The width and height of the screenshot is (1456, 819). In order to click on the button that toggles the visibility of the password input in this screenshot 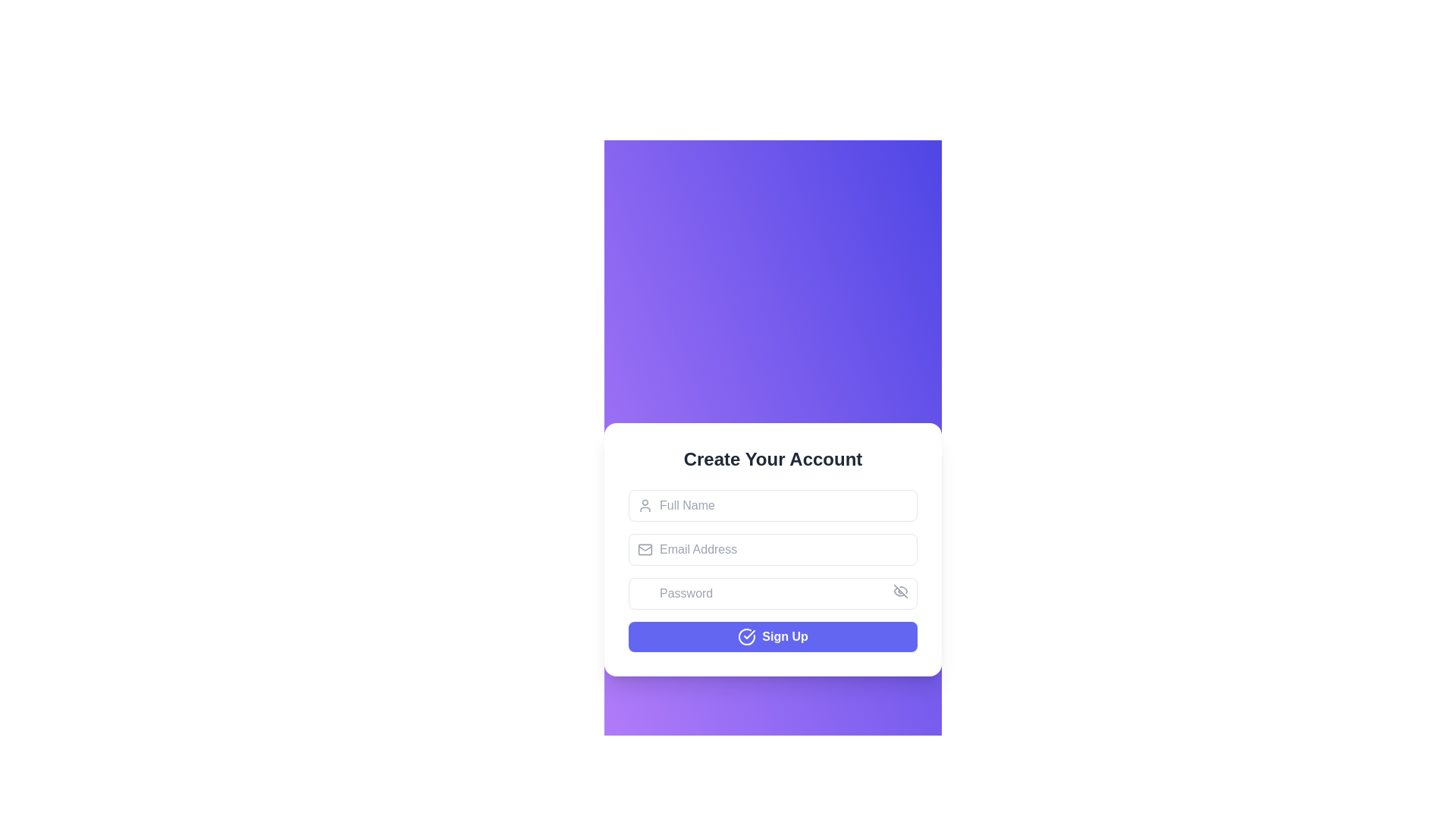, I will do `click(901, 590)`.